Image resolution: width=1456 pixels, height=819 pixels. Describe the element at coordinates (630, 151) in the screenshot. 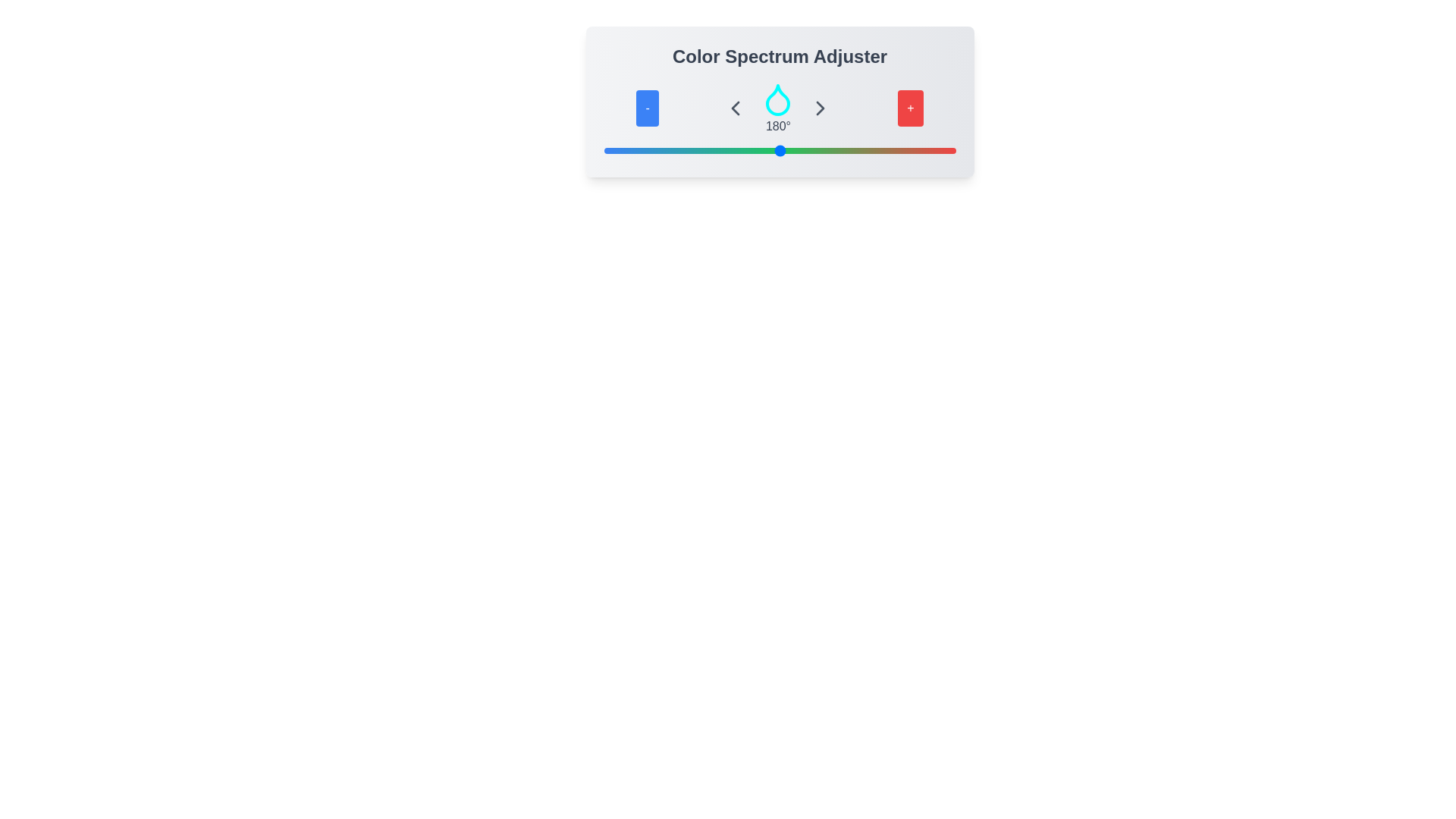

I see `the slider to set the color value to 27` at that location.